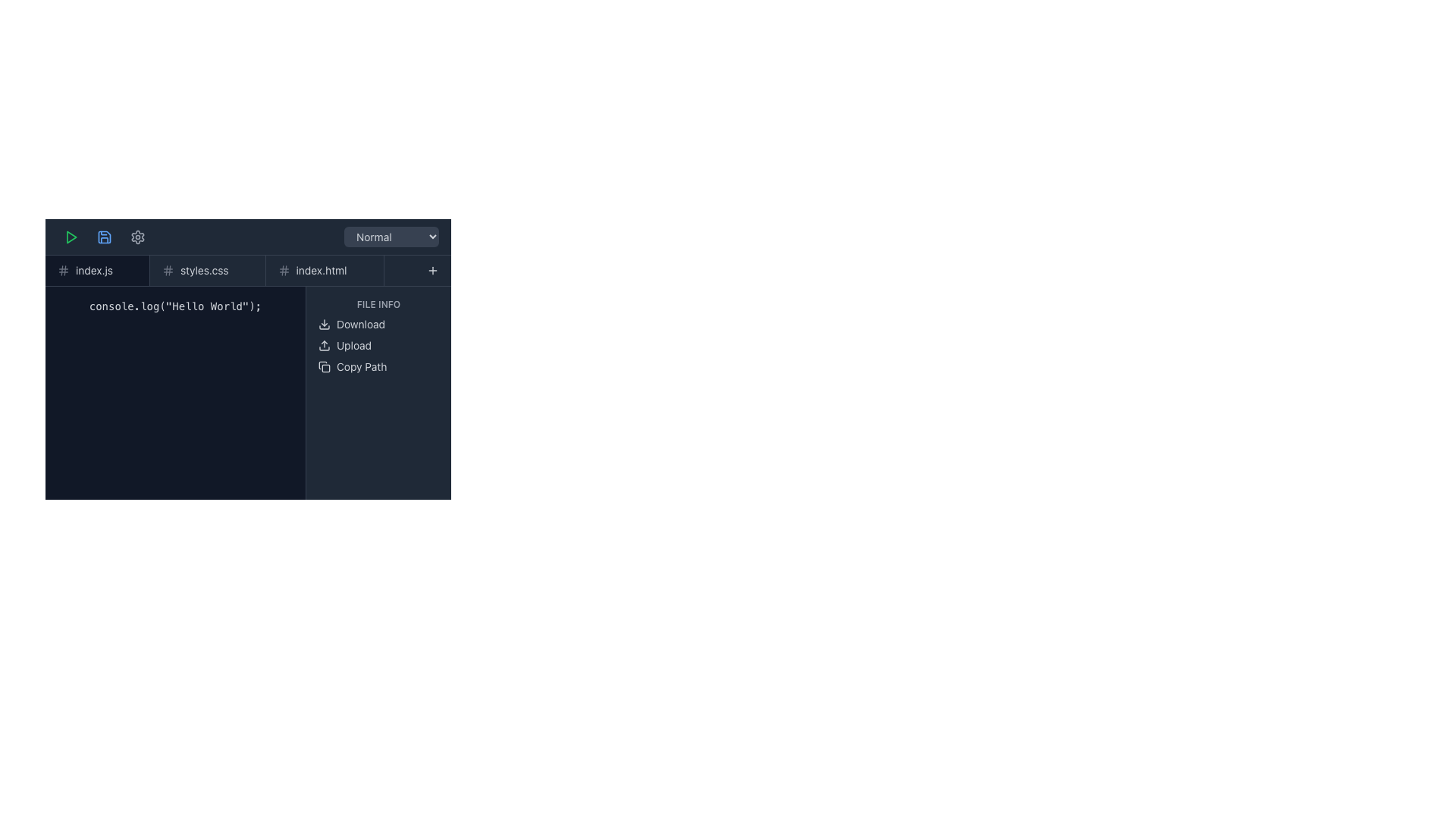 The image size is (1456, 819). Describe the element at coordinates (71, 237) in the screenshot. I see `the play button icon located in the top-left corner of the interface` at that location.